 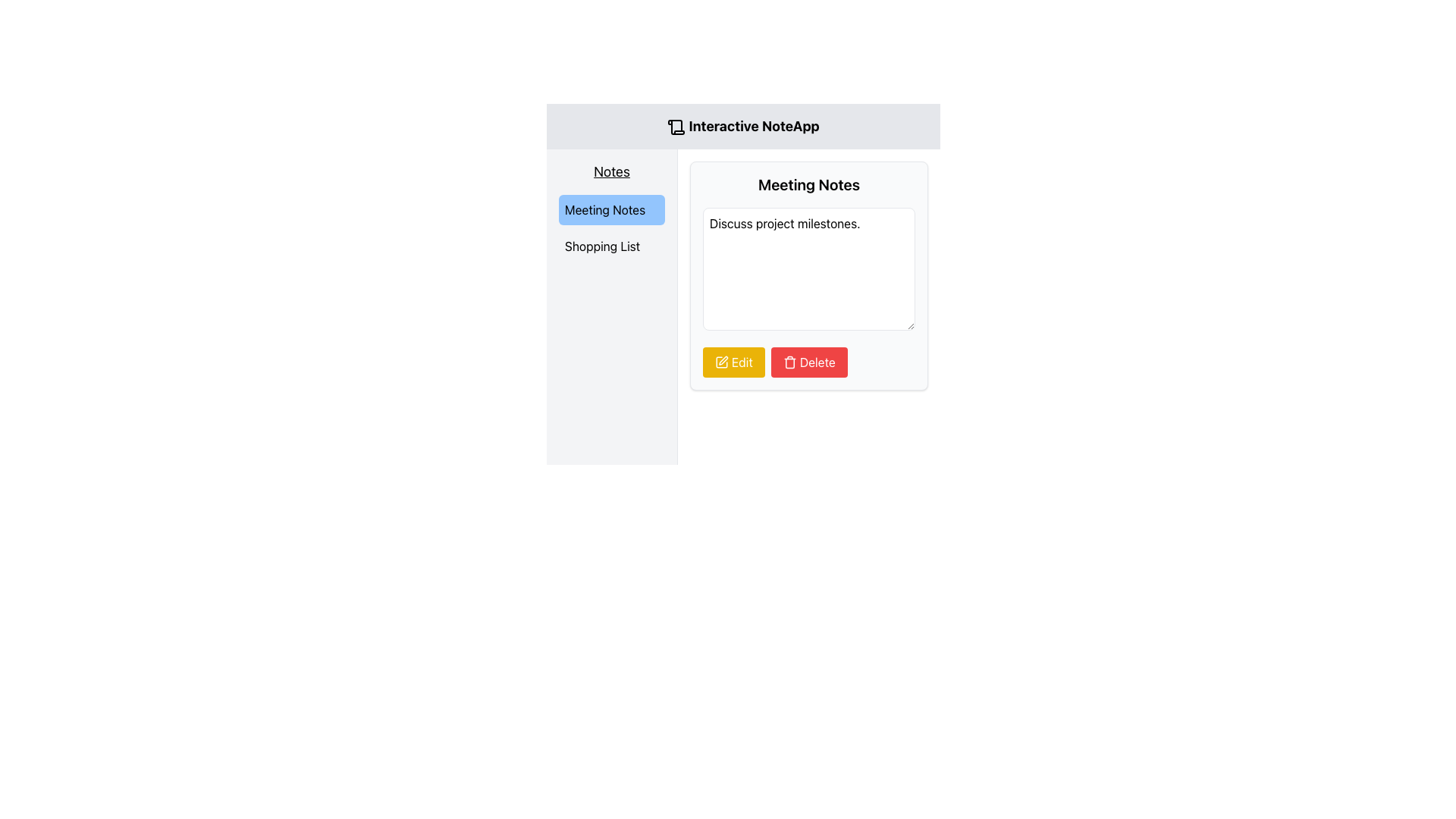 What do you see at coordinates (676, 127) in the screenshot?
I see `the application logo icon located in the header section of 'Interactive NoteApp', positioned to the left of the title text` at bounding box center [676, 127].